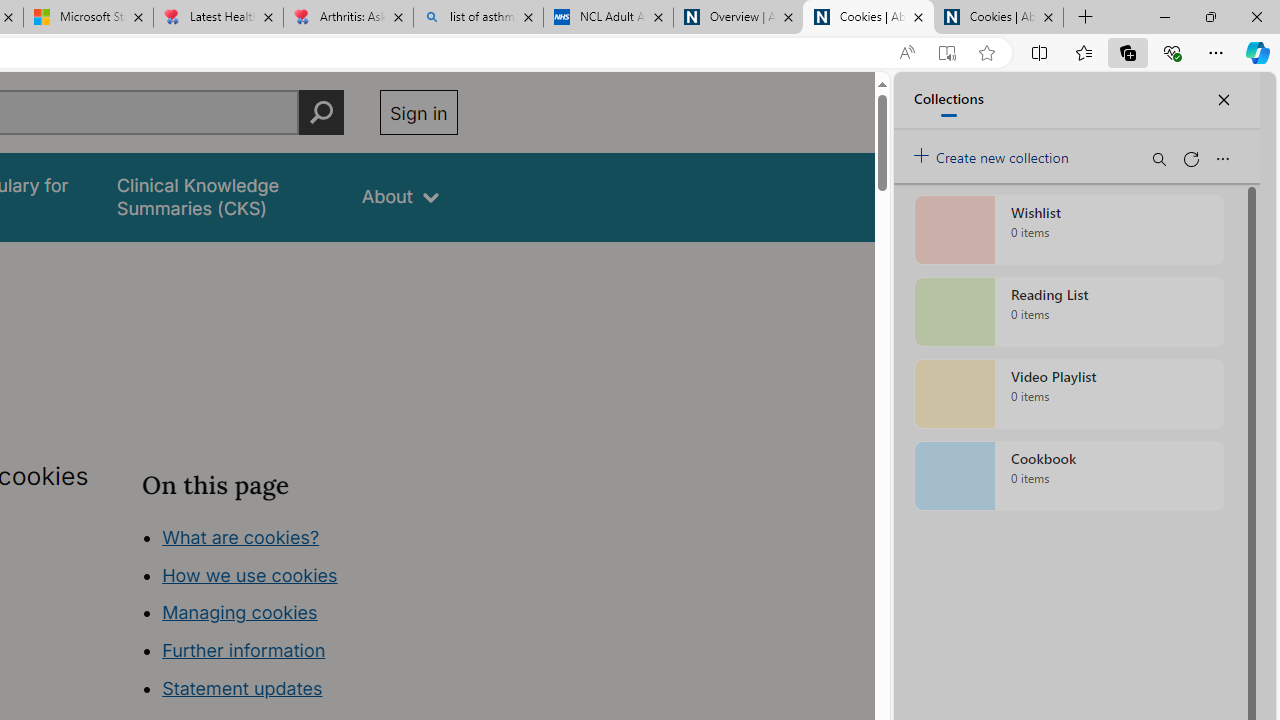  Describe the element at coordinates (999, 17) in the screenshot. I see `'Cookies | About | NICE'` at that location.